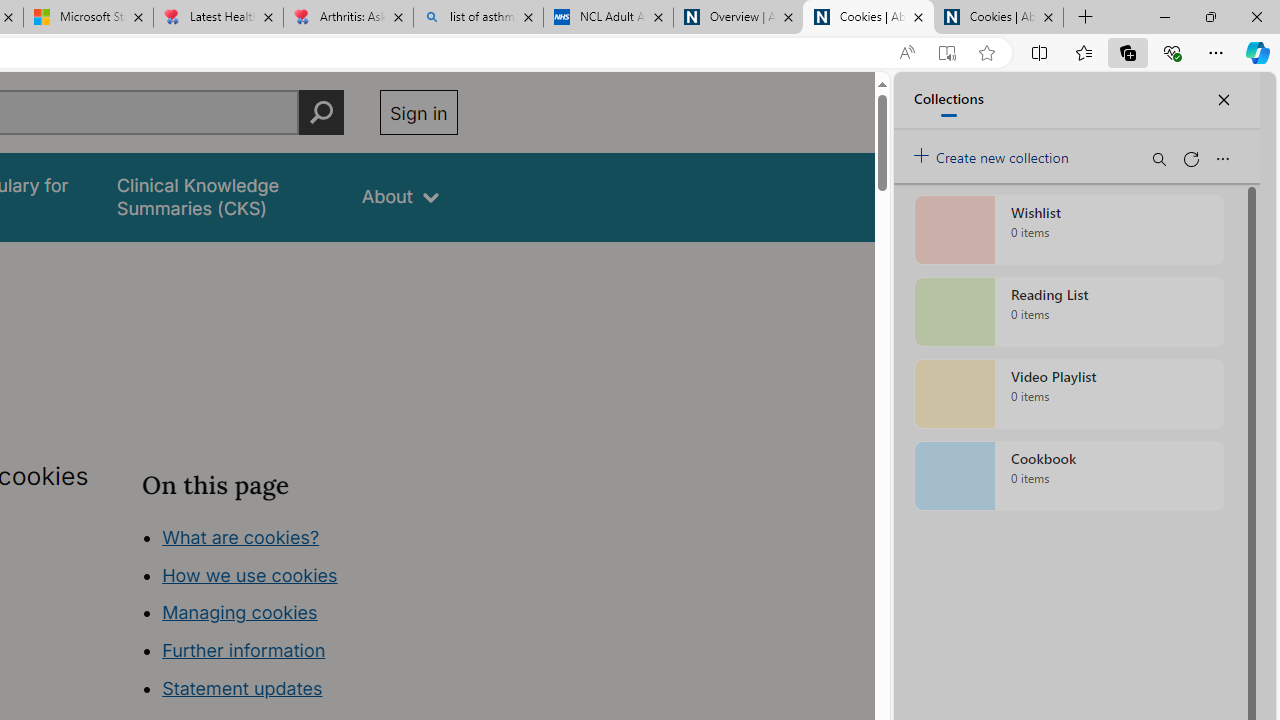  Describe the element at coordinates (999, 17) in the screenshot. I see `'Cookies | About | NICE'` at that location.